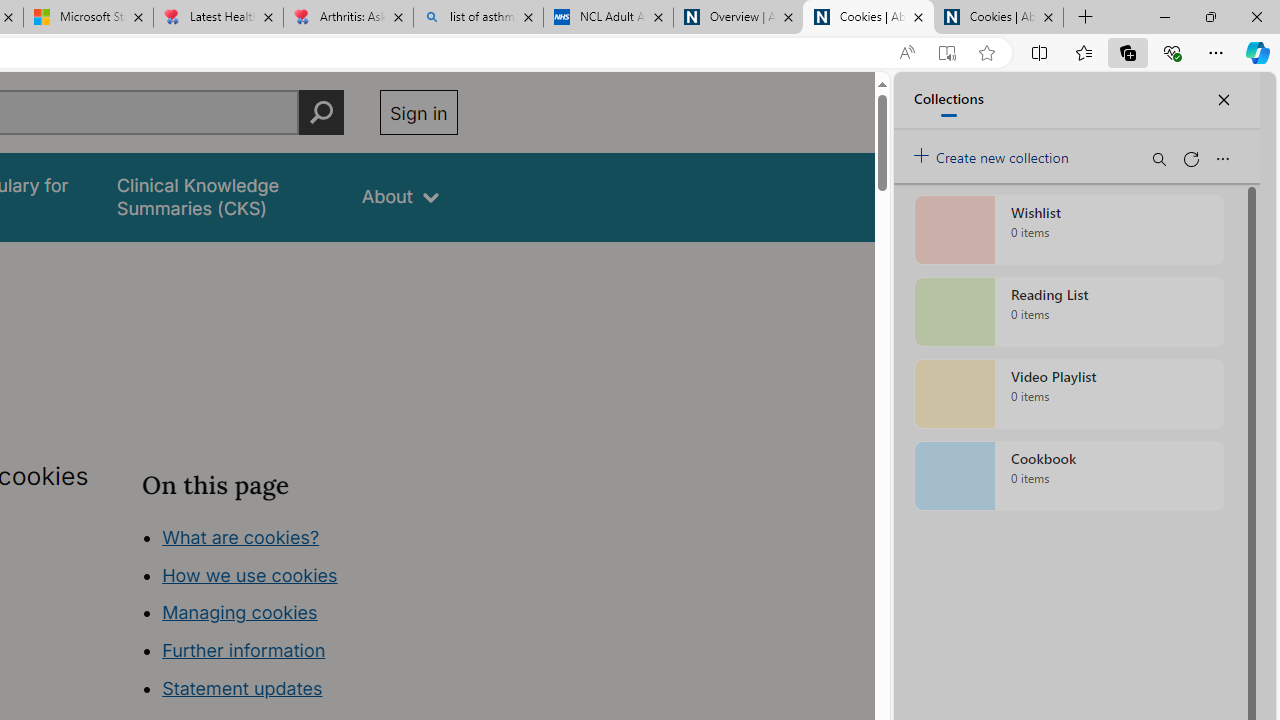  Describe the element at coordinates (999, 17) in the screenshot. I see `'Cookies | About | NICE'` at that location.